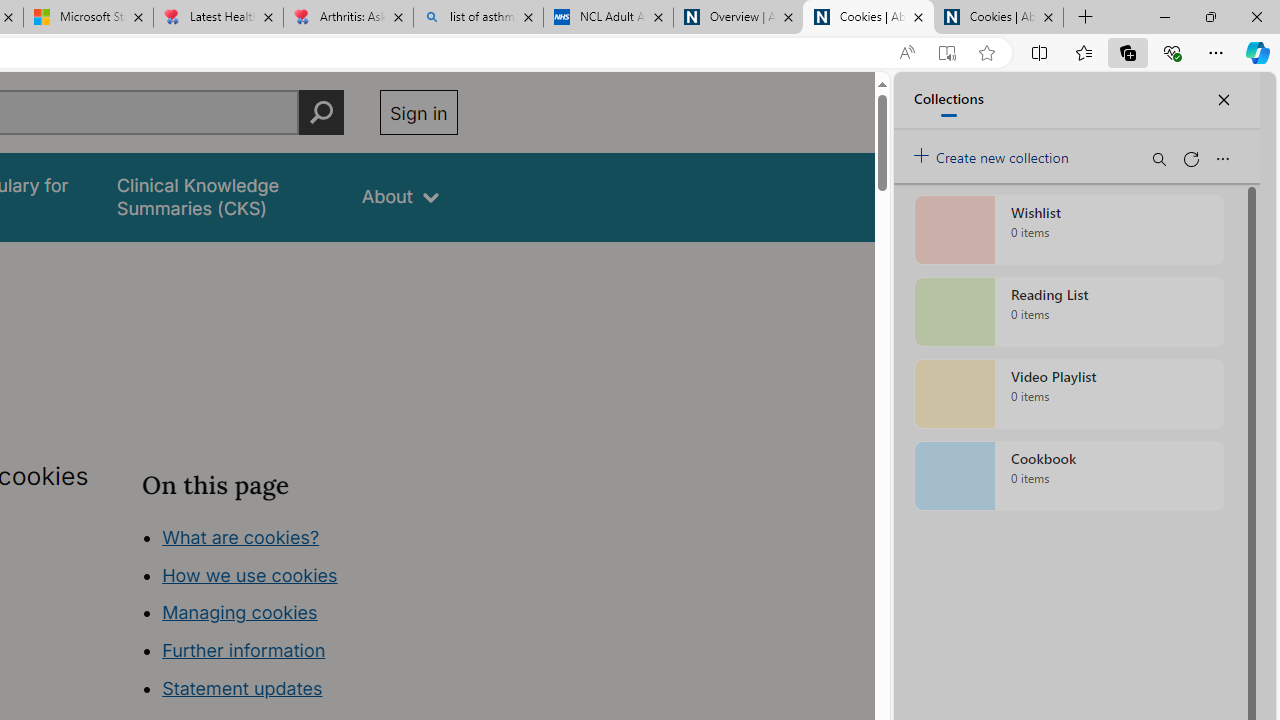  Describe the element at coordinates (999, 17) in the screenshot. I see `'Cookies | About | NICE'` at that location.